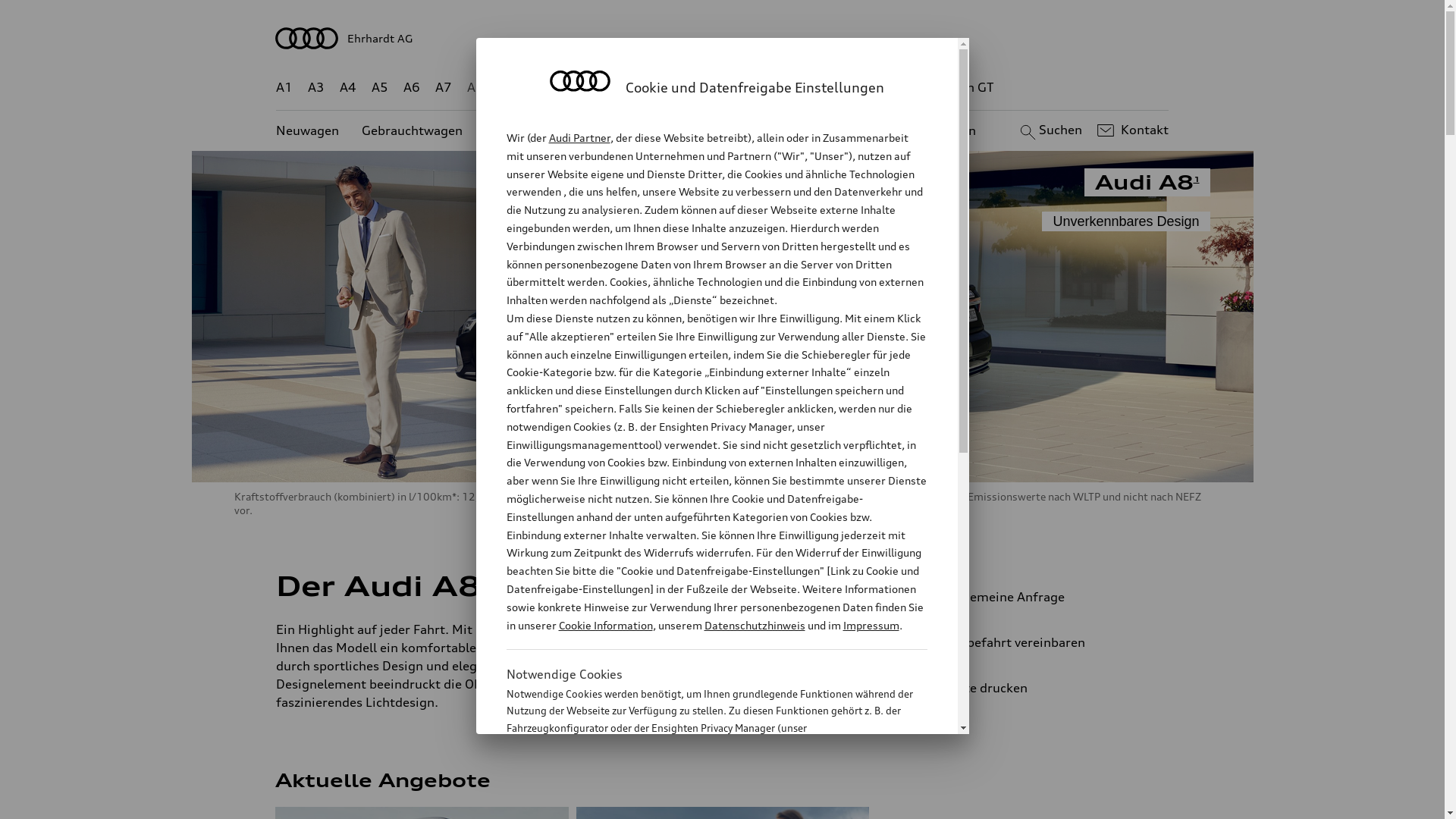 The width and height of the screenshot is (1456, 819). I want to click on 'A3', so click(315, 87).